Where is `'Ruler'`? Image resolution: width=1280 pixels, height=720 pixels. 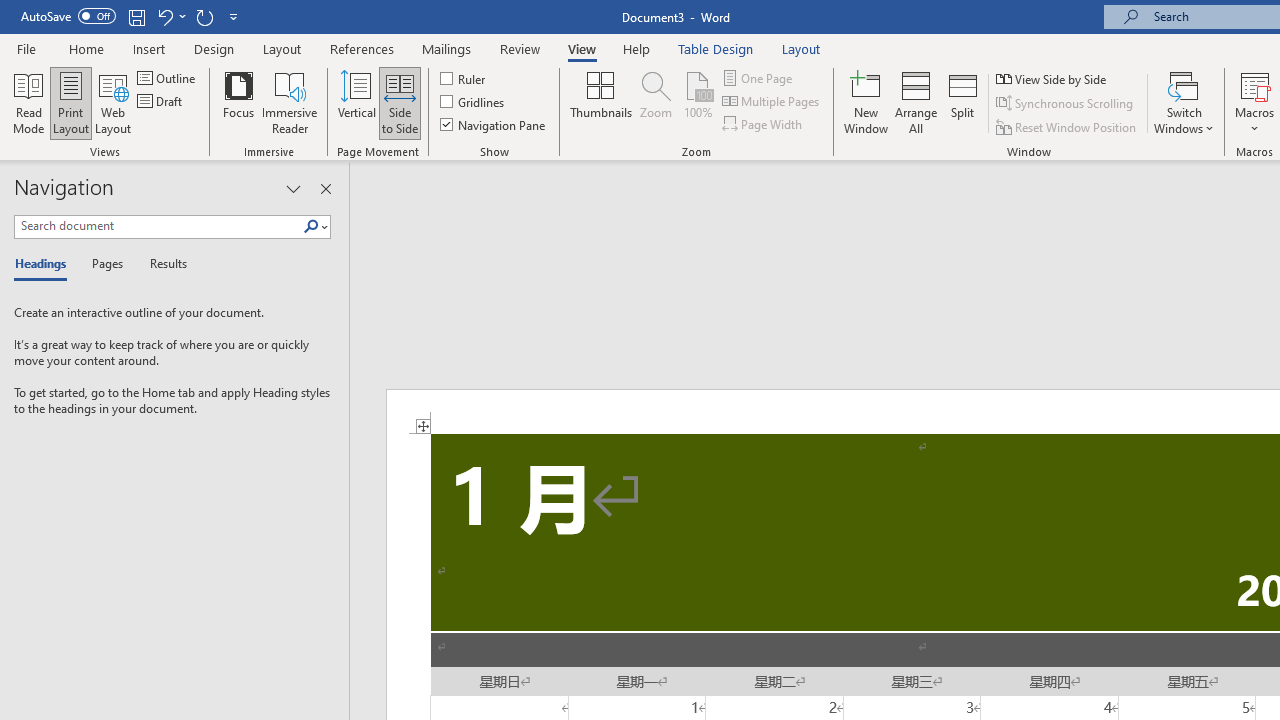
'Ruler' is located at coordinates (463, 77).